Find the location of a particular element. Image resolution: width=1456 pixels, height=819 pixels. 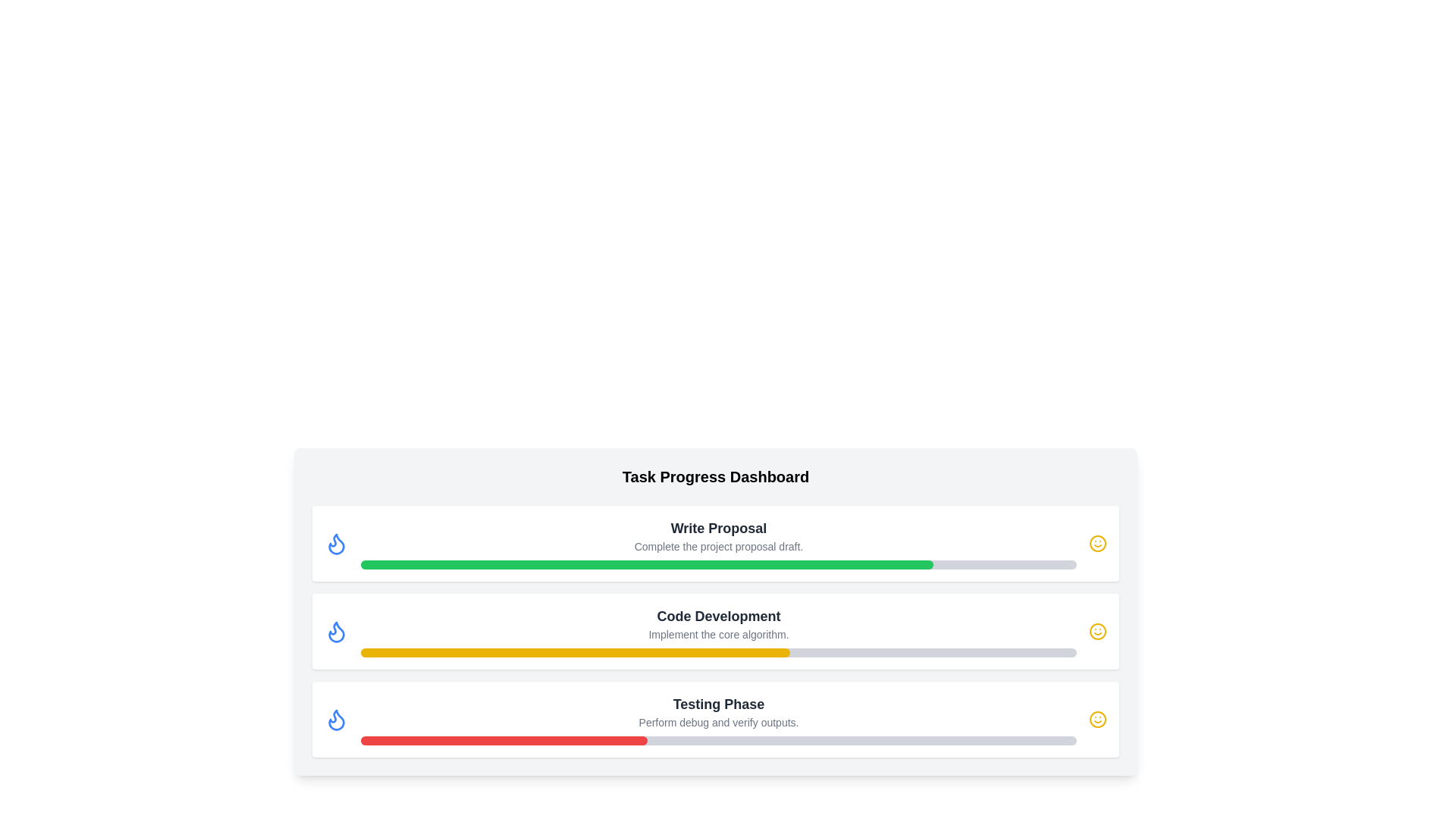

the Text Label that describes the task associated with the 'Write Proposal' section, which is positioned below the heading 'Write Proposal' and above a horizontal progress bar is located at coordinates (718, 547).